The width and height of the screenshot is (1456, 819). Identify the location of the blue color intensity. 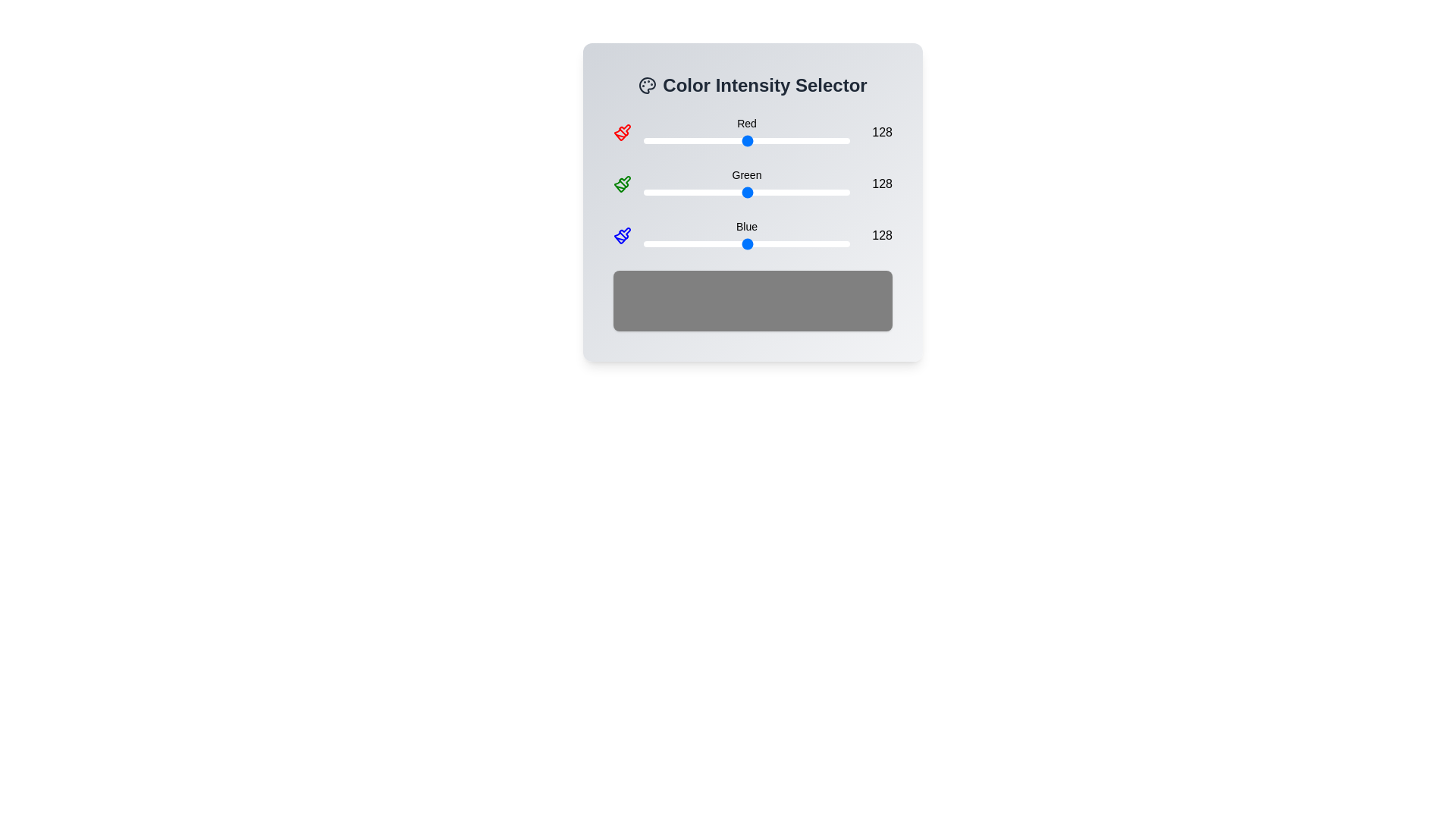
(803, 243).